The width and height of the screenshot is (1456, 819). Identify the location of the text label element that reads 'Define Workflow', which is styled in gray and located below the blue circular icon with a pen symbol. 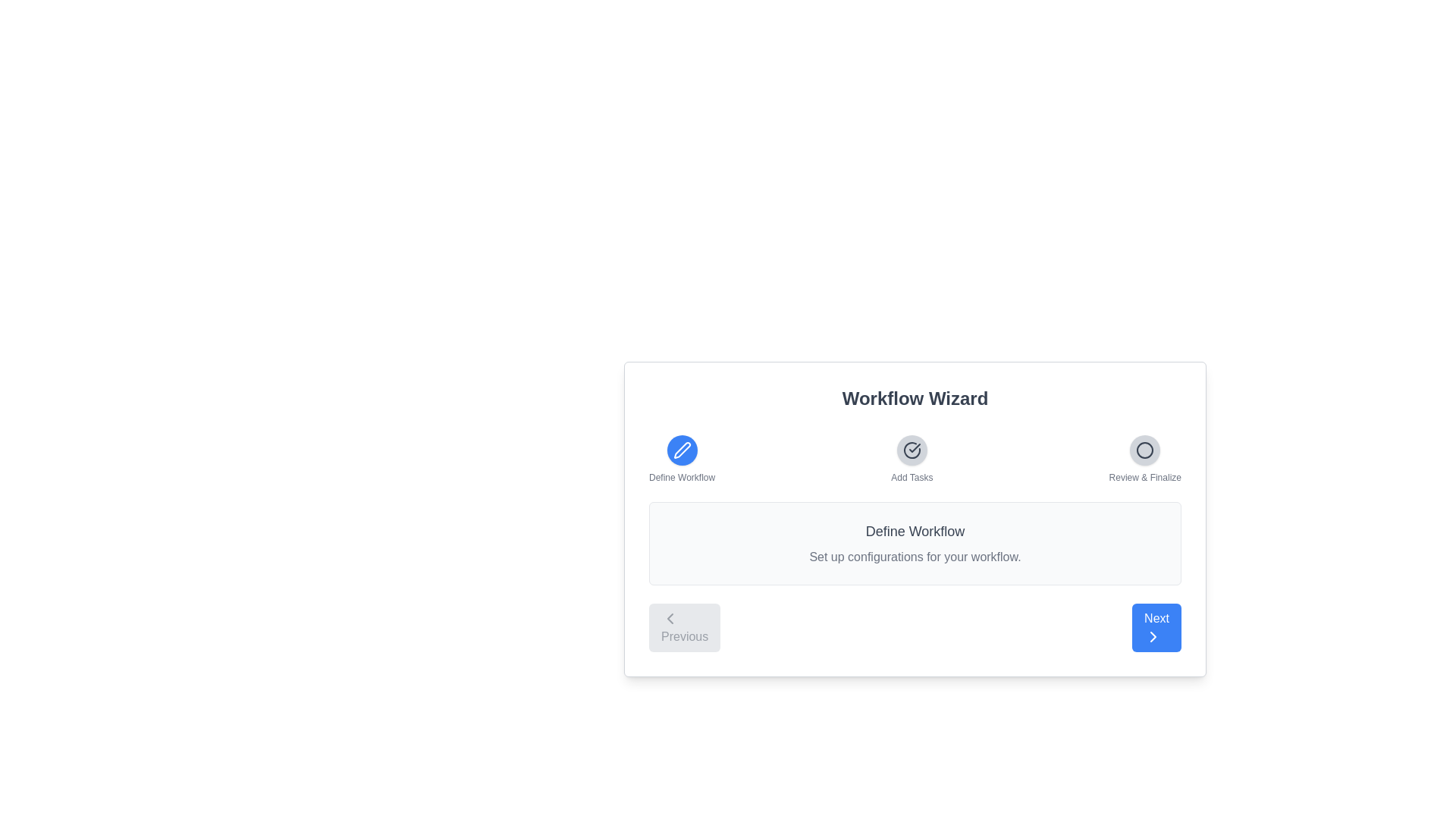
(681, 476).